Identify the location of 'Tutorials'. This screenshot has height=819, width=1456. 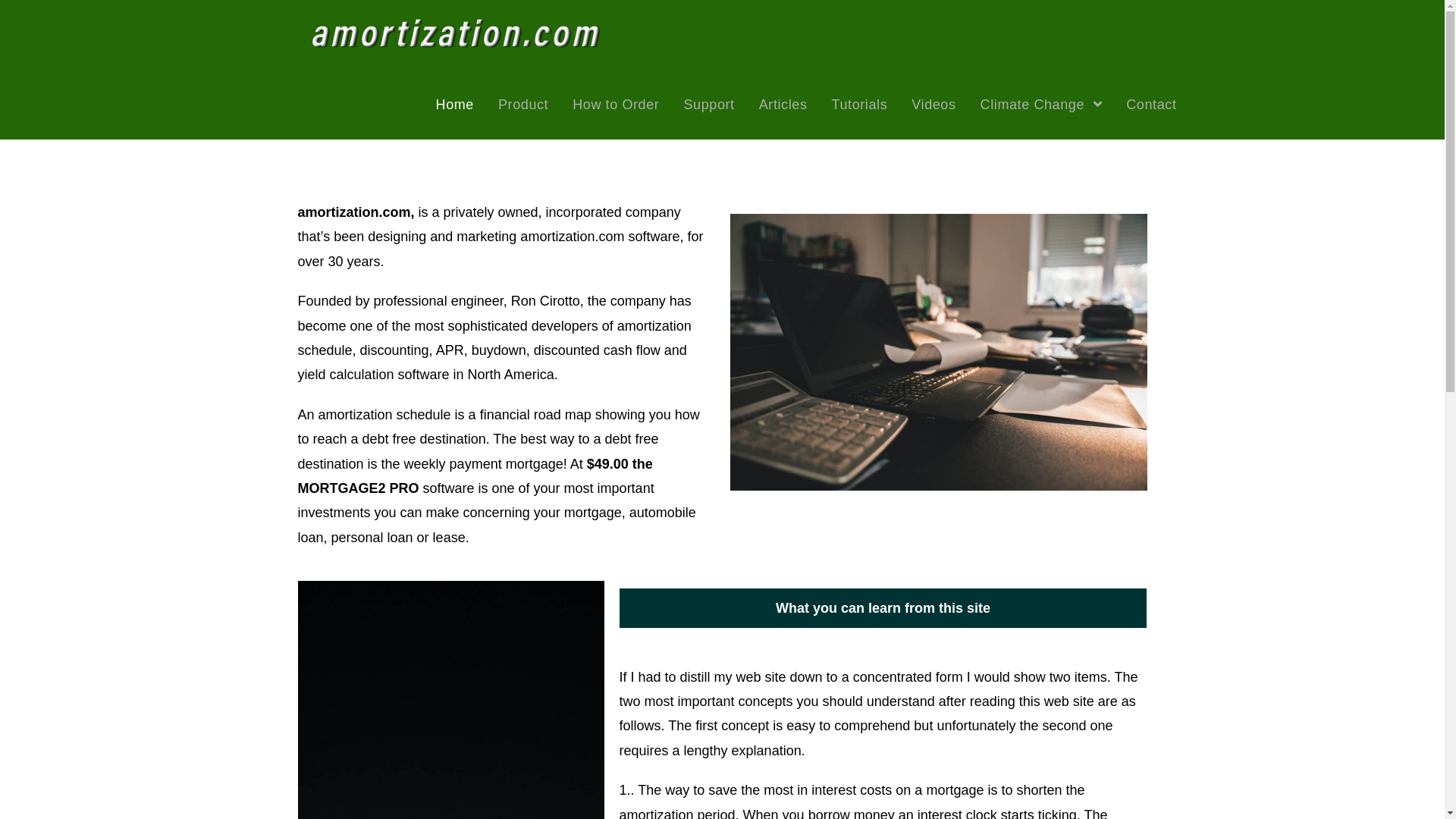
(858, 104).